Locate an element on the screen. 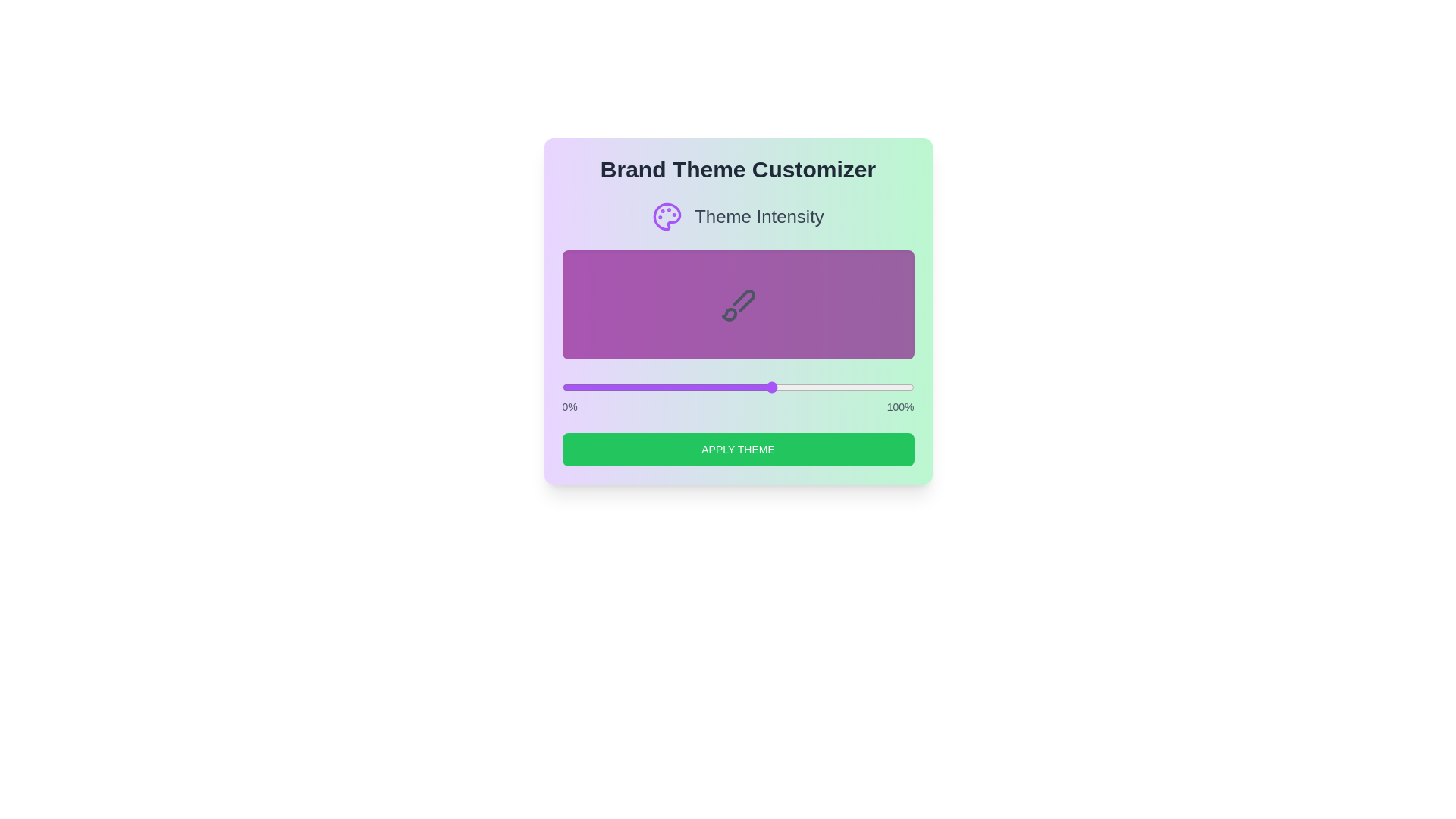  the theme intensity to 11 percent using the slider is located at coordinates (600, 386).